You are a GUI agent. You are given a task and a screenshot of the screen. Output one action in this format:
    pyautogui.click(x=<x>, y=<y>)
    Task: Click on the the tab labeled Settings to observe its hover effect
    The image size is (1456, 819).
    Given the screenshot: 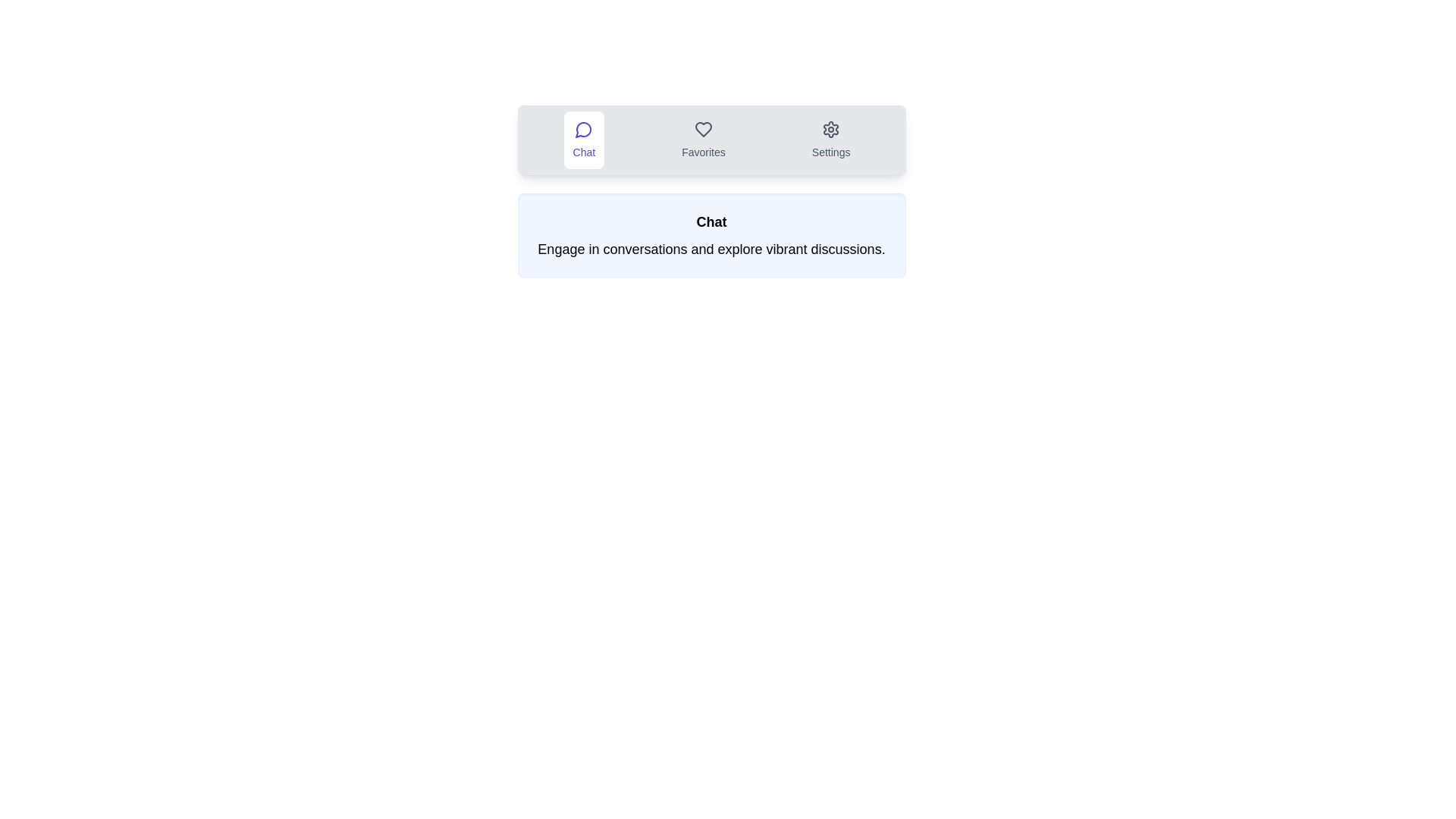 What is the action you would take?
    pyautogui.click(x=830, y=140)
    